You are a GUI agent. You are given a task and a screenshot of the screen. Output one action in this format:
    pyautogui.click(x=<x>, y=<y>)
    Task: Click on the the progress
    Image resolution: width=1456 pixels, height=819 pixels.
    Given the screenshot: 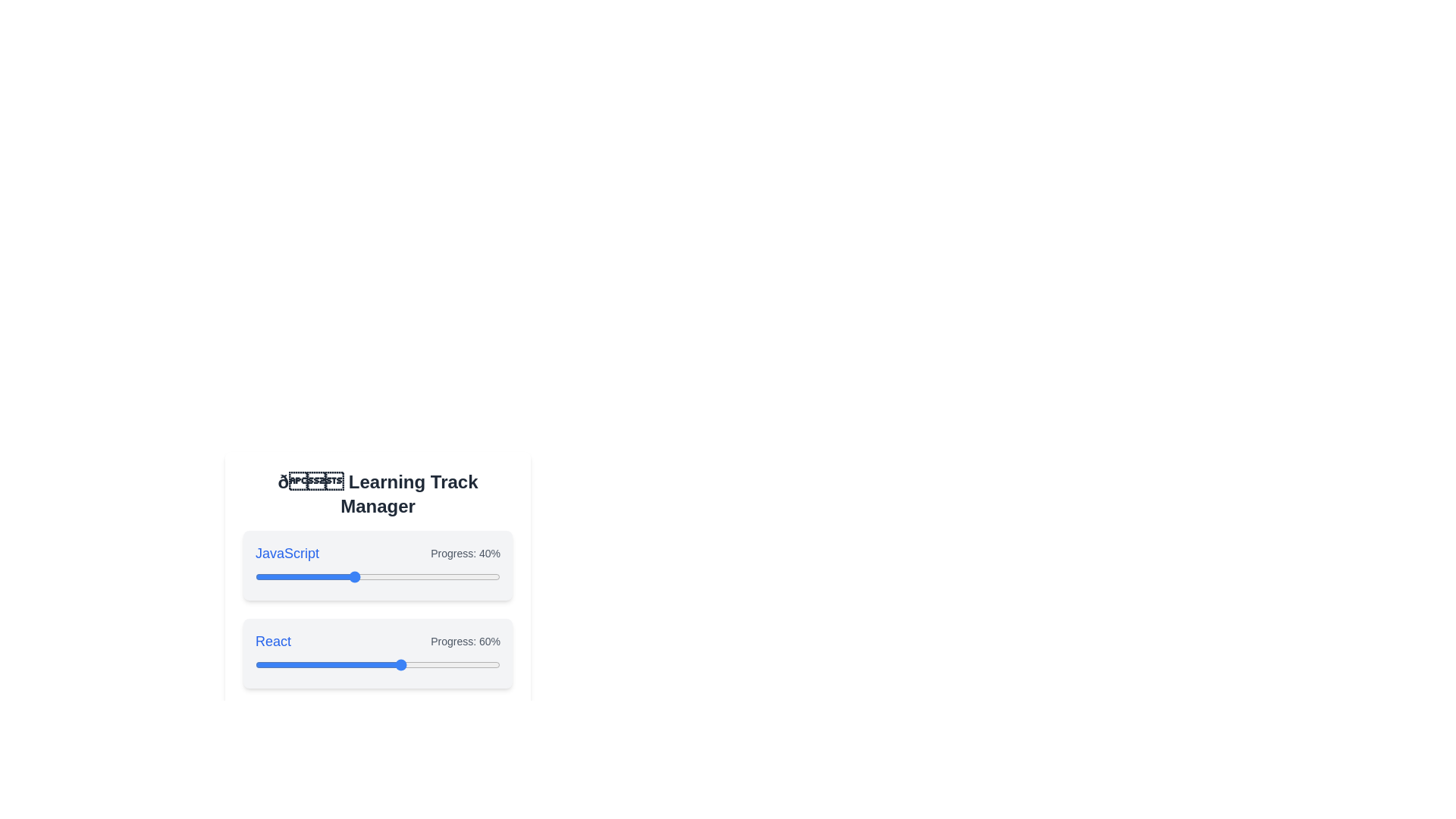 What is the action you would take?
    pyautogui.click(x=265, y=664)
    